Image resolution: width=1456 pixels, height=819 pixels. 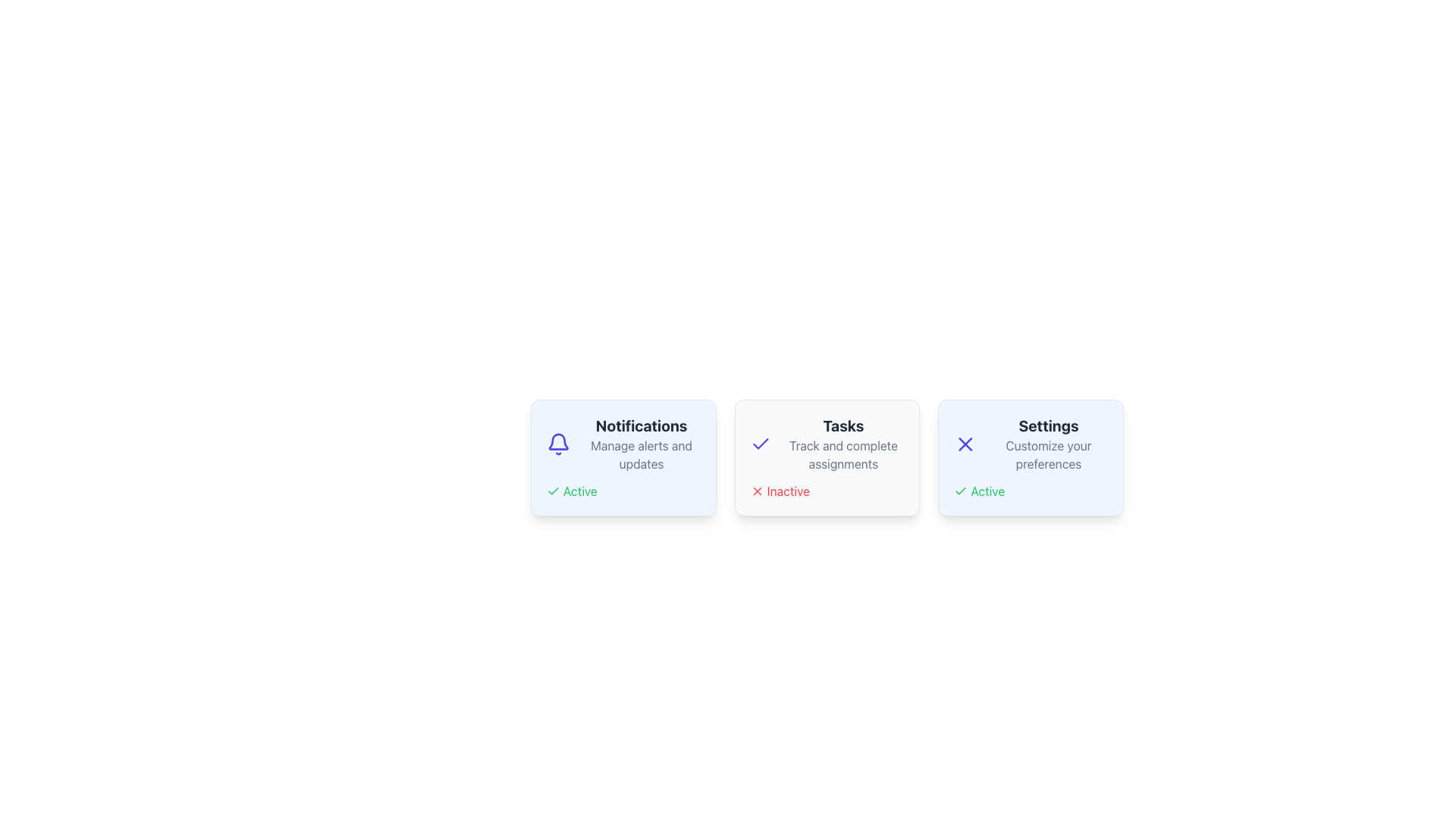 What do you see at coordinates (1031, 444) in the screenshot?
I see `information displayed in the 'Settings' text label located in the rightmost card of three horizontally aligned cards` at bounding box center [1031, 444].